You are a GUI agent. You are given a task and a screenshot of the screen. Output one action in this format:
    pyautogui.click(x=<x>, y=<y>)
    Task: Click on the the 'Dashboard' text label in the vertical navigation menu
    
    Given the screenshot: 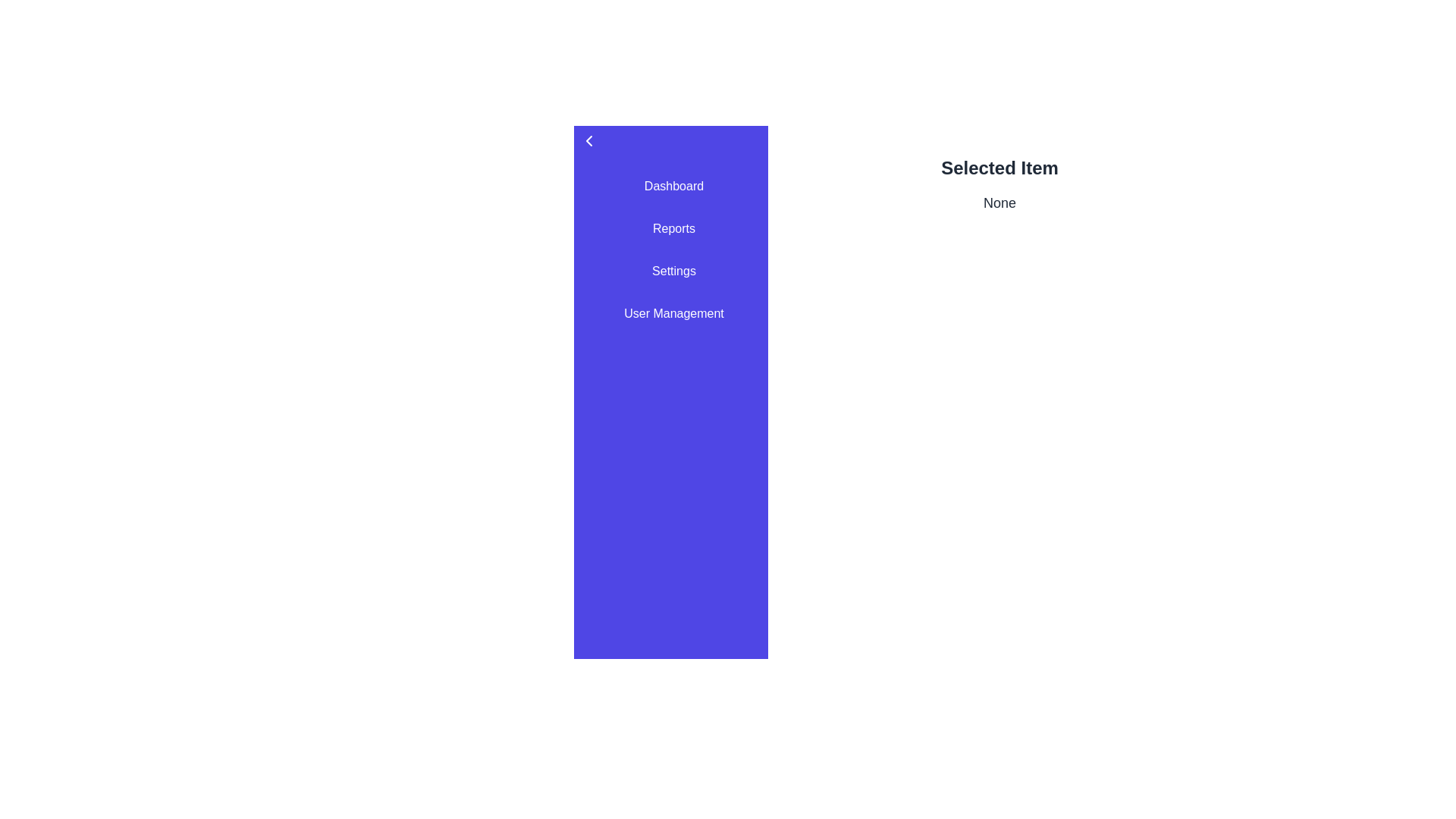 What is the action you would take?
    pyautogui.click(x=673, y=185)
    